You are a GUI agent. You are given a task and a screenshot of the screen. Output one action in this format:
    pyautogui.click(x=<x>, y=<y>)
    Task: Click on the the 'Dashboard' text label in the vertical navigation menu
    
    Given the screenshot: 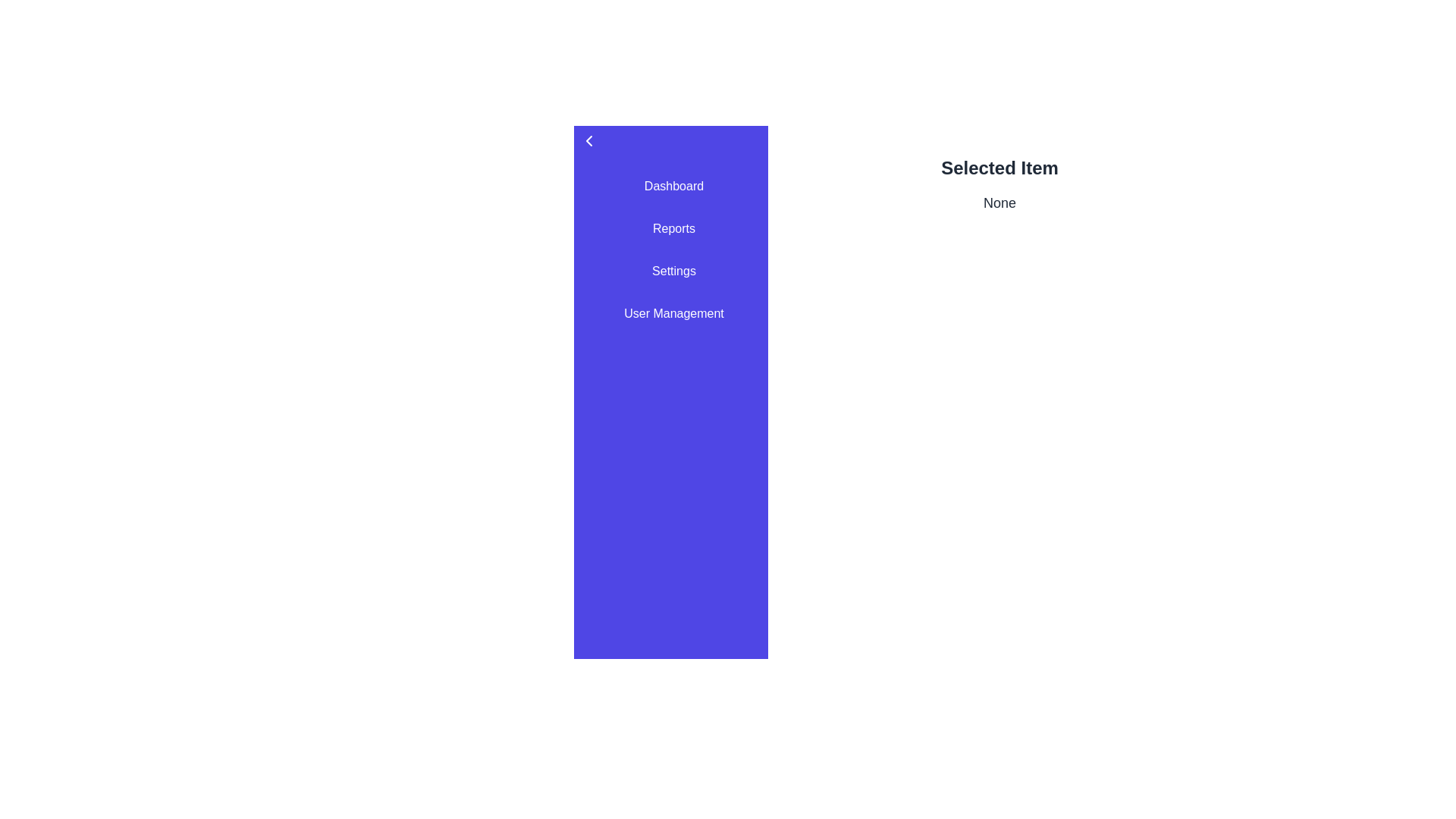 What is the action you would take?
    pyautogui.click(x=673, y=185)
    